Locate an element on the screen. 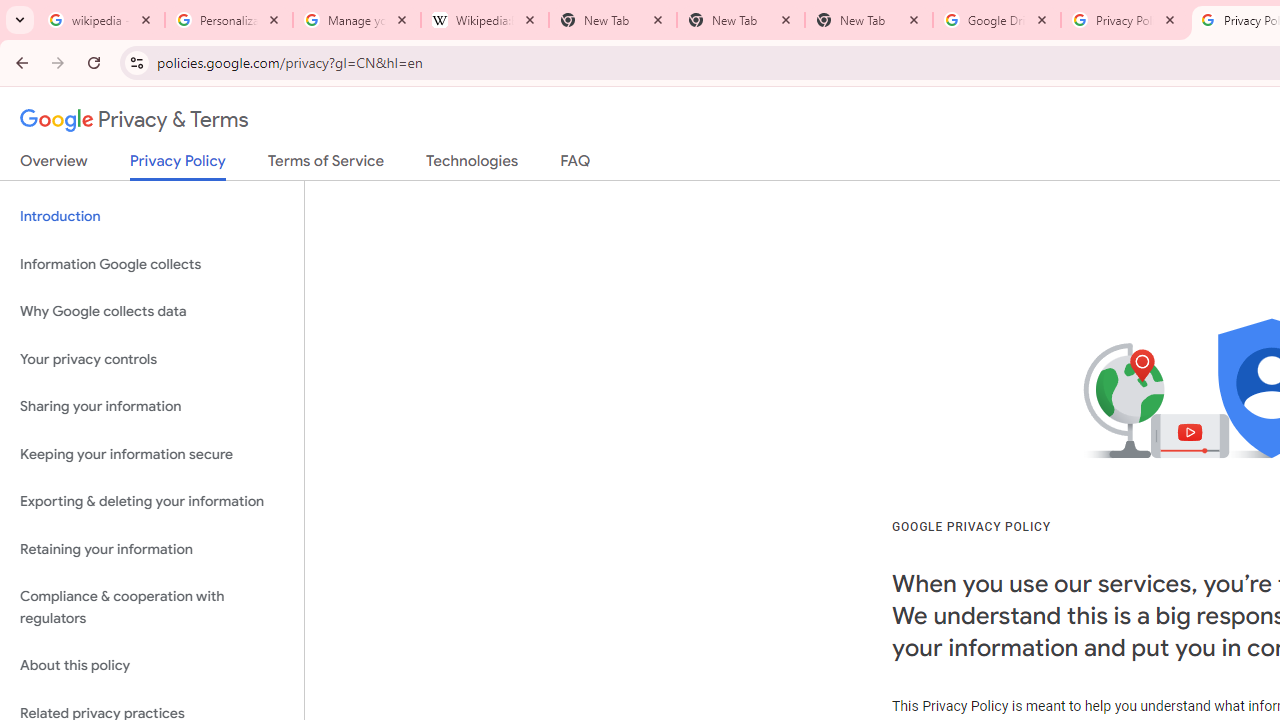 This screenshot has height=720, width=1280. 'Terms of Service' is located at coordinates (326, 164).